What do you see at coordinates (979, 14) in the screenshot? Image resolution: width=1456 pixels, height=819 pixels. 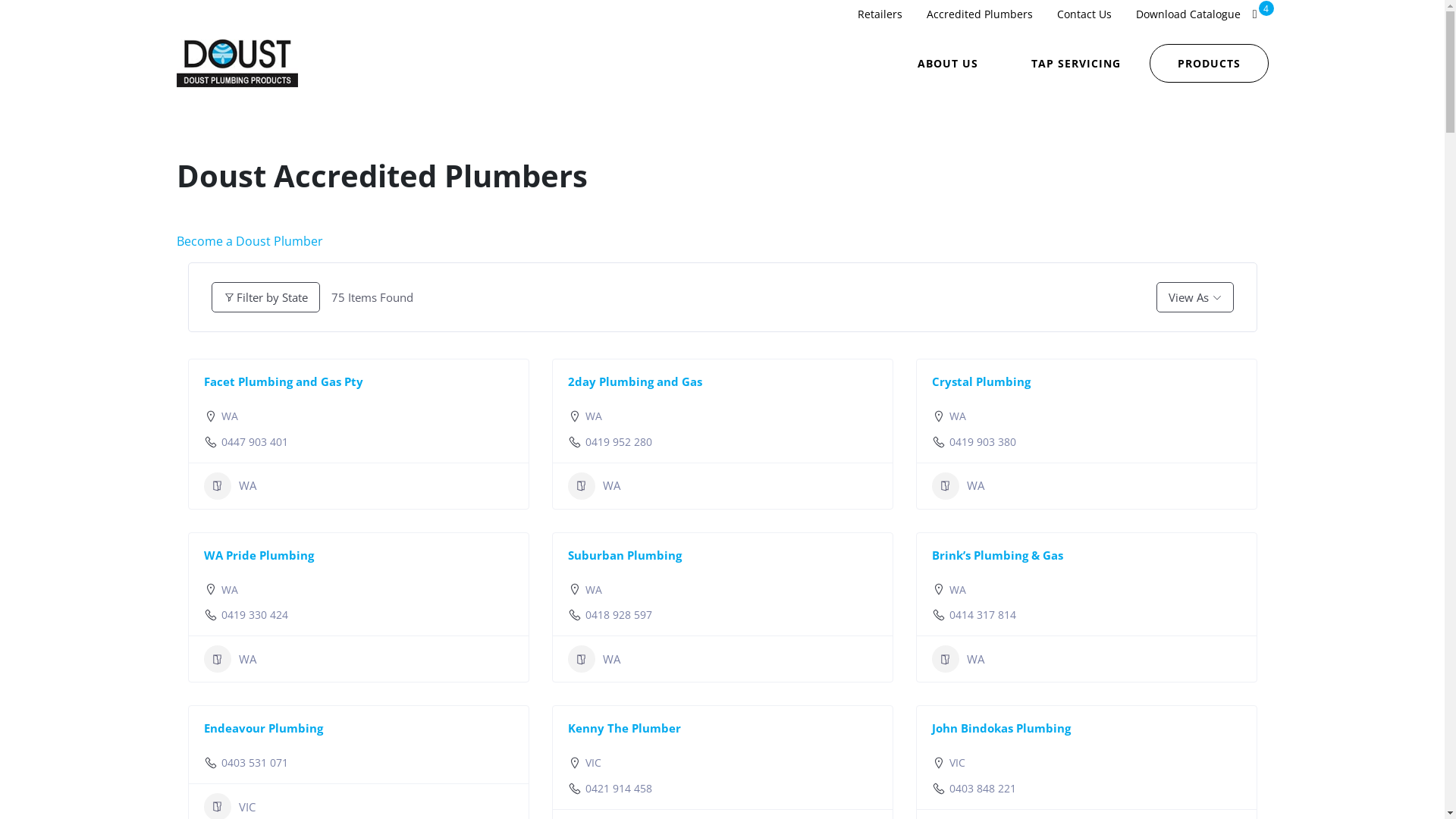 I see `'Accredited Plumbers'` at bounding box center [979, 14].